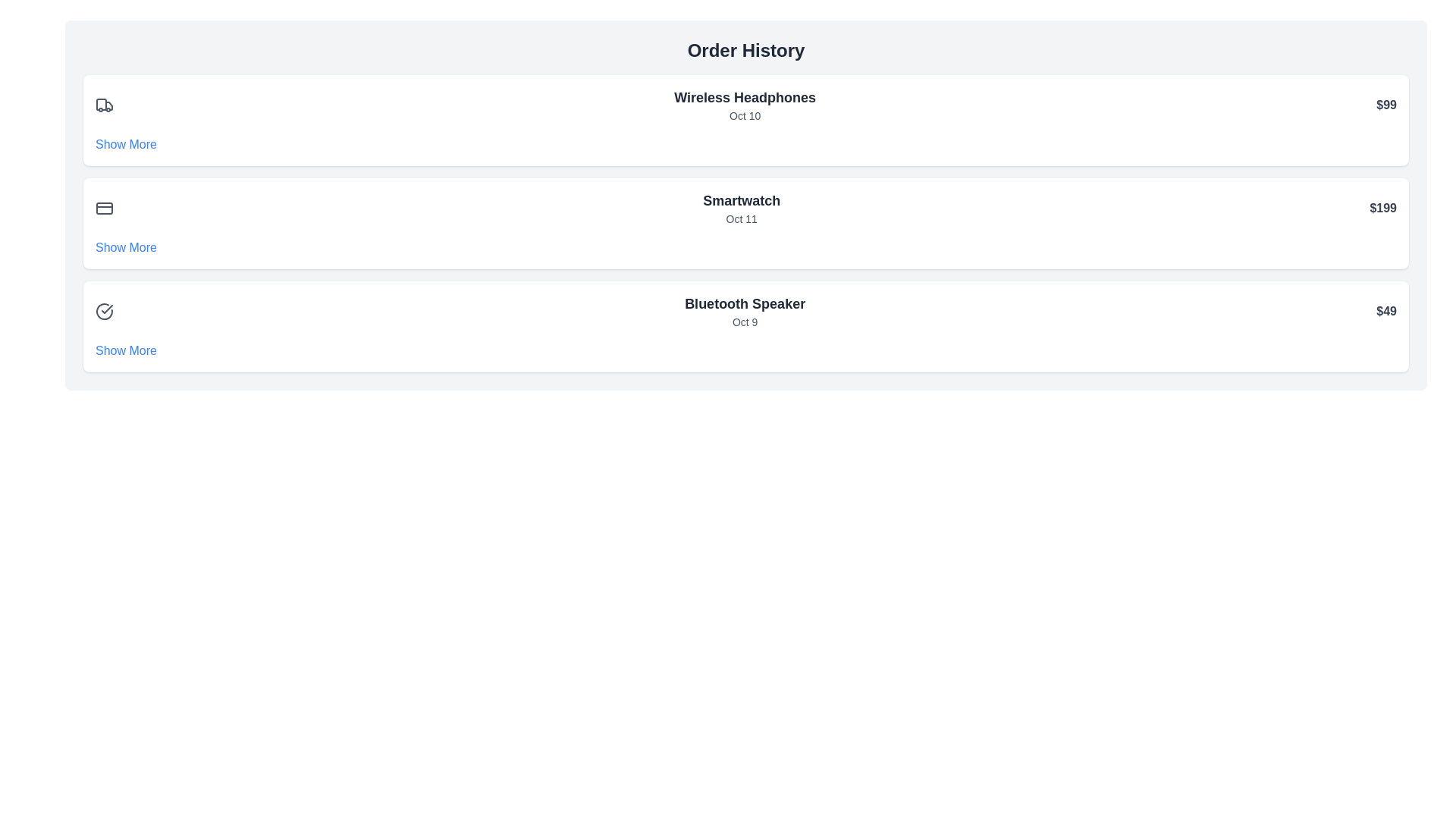 This screenshot has height=819, width=1456. Describe the element at coordinates (104, 311) in the screenshot. I see `the status indicator icon located to the left of the 'Bluetooth Speaker' entry in the product list` at that location.